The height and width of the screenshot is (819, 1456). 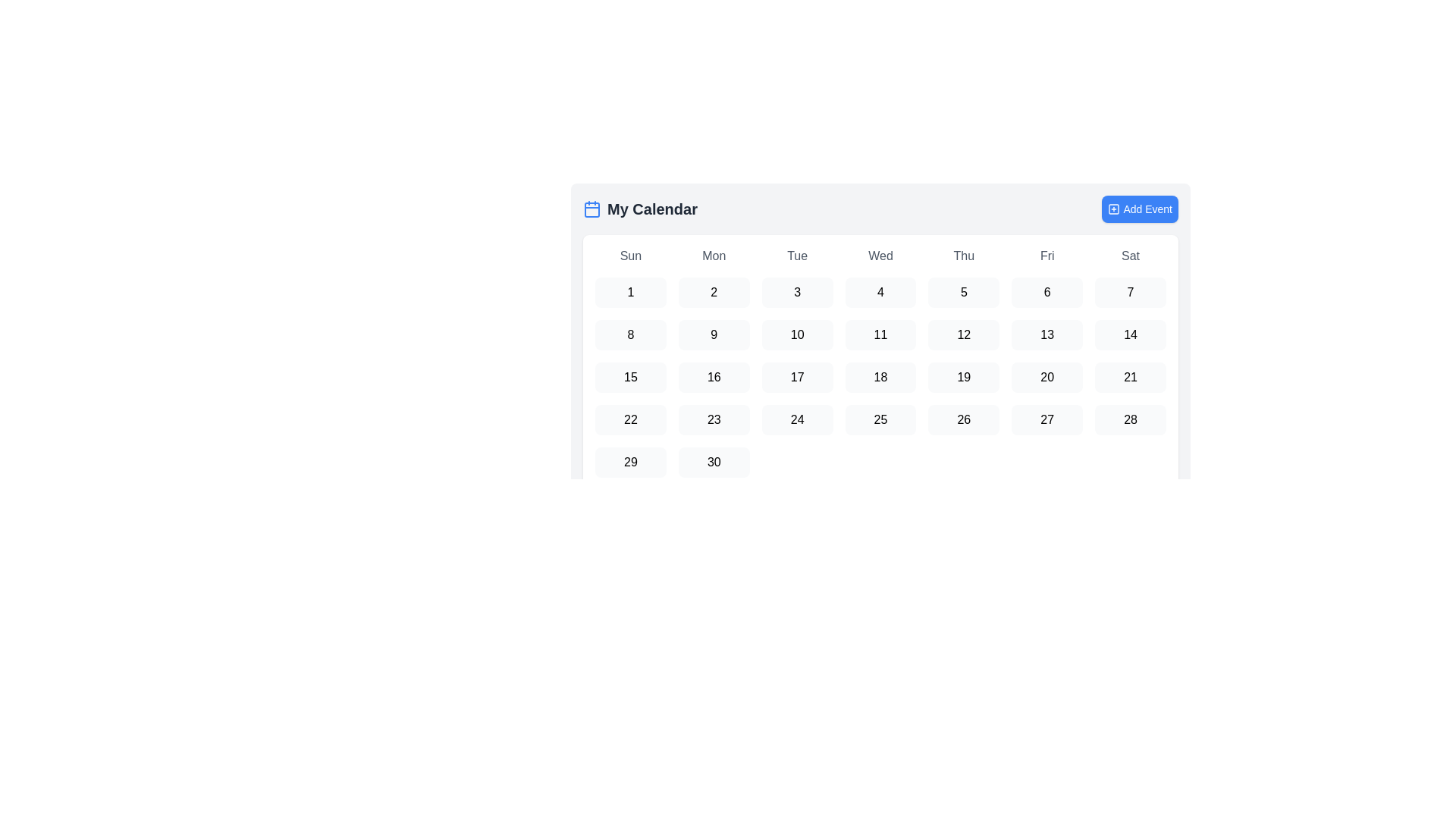 What do you see at coordinates (591, 209) in the screenshot?
I see `the calendar icon located to the left of the 'My Calendar' text in the top header bar of the calendar interface` at bounding box center [591, 209].